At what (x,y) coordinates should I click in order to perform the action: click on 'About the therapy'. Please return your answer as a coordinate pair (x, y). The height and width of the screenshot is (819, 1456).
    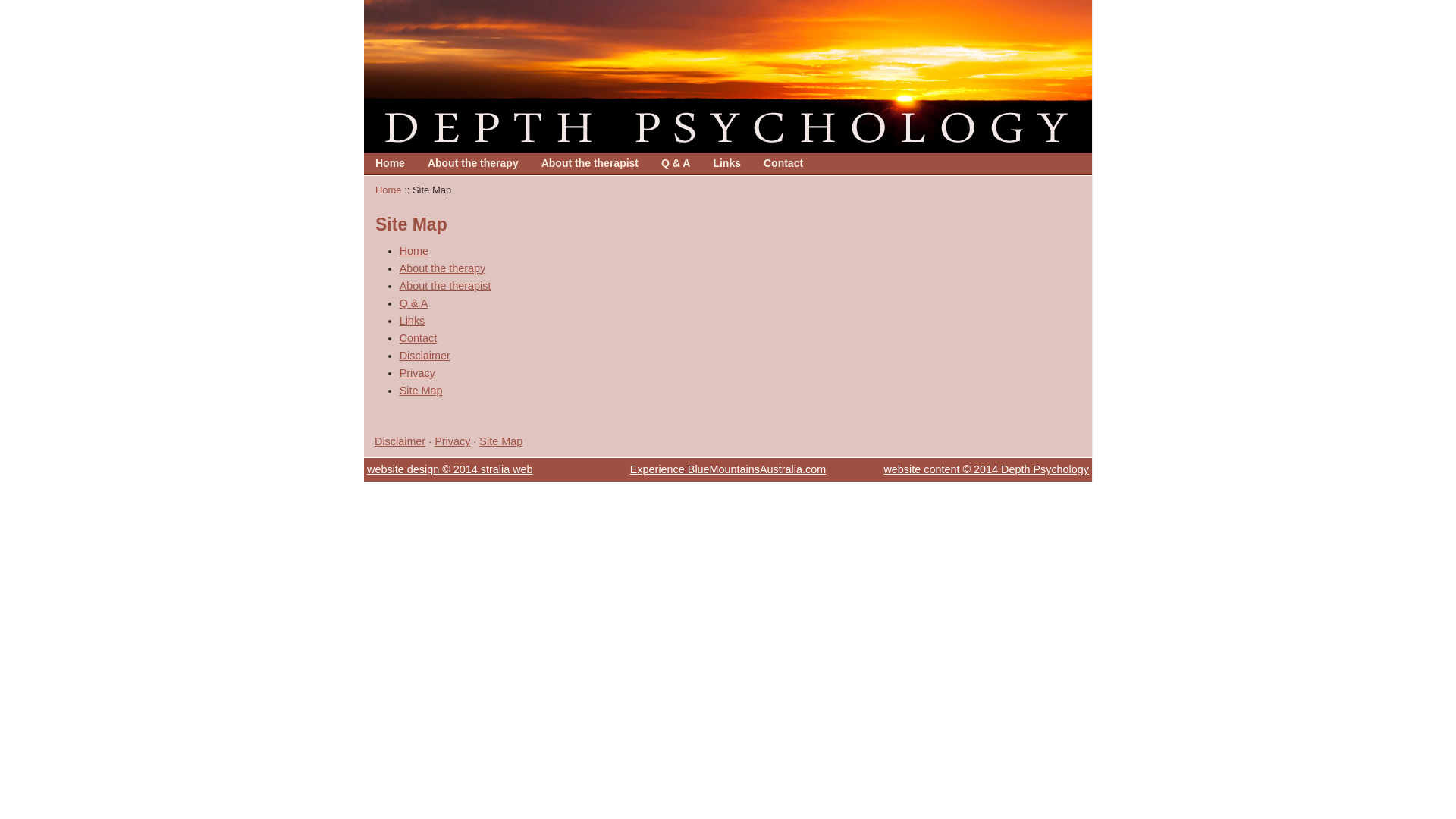
    Looking at the image, I should click on (442, 268).